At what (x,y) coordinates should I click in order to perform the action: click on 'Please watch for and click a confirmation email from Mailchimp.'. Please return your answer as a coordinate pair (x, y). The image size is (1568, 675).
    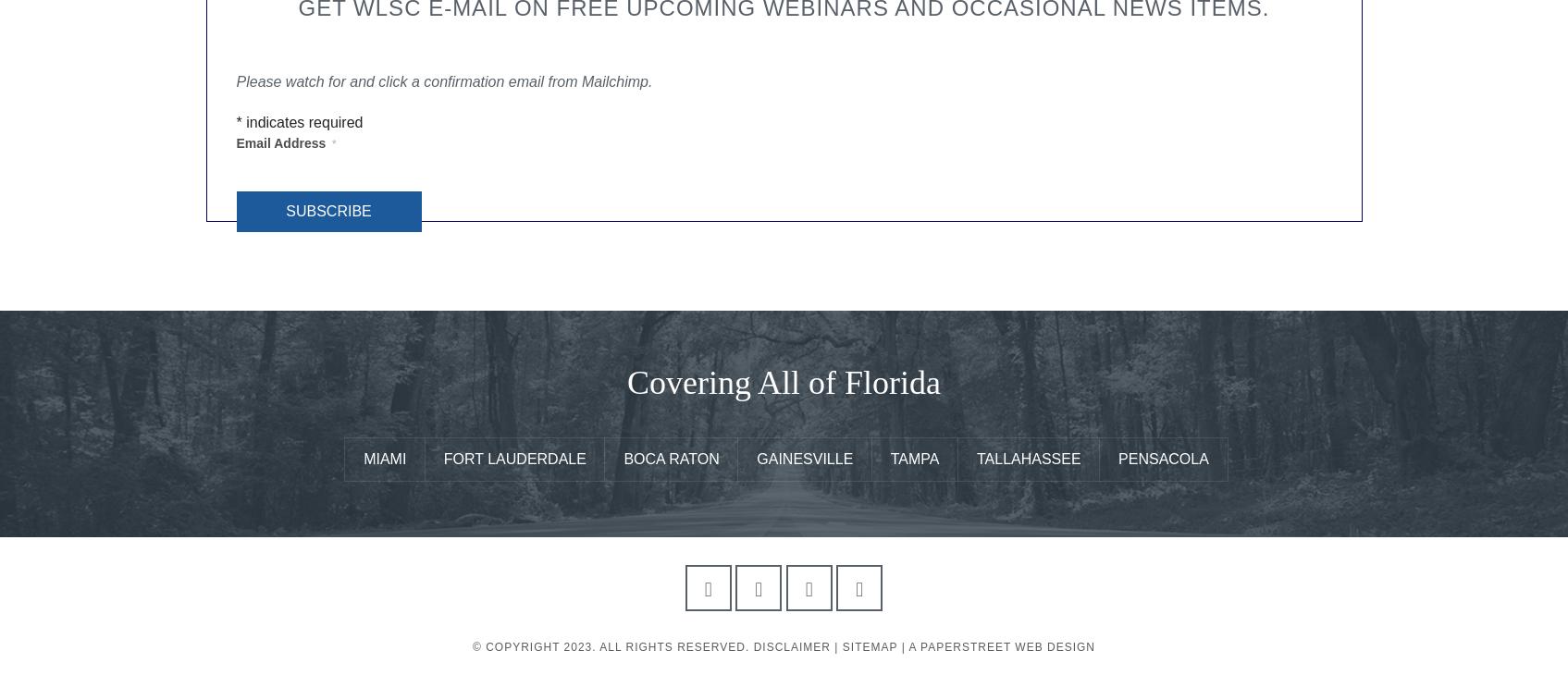
    Looking at the image, I should click on (443, 80).